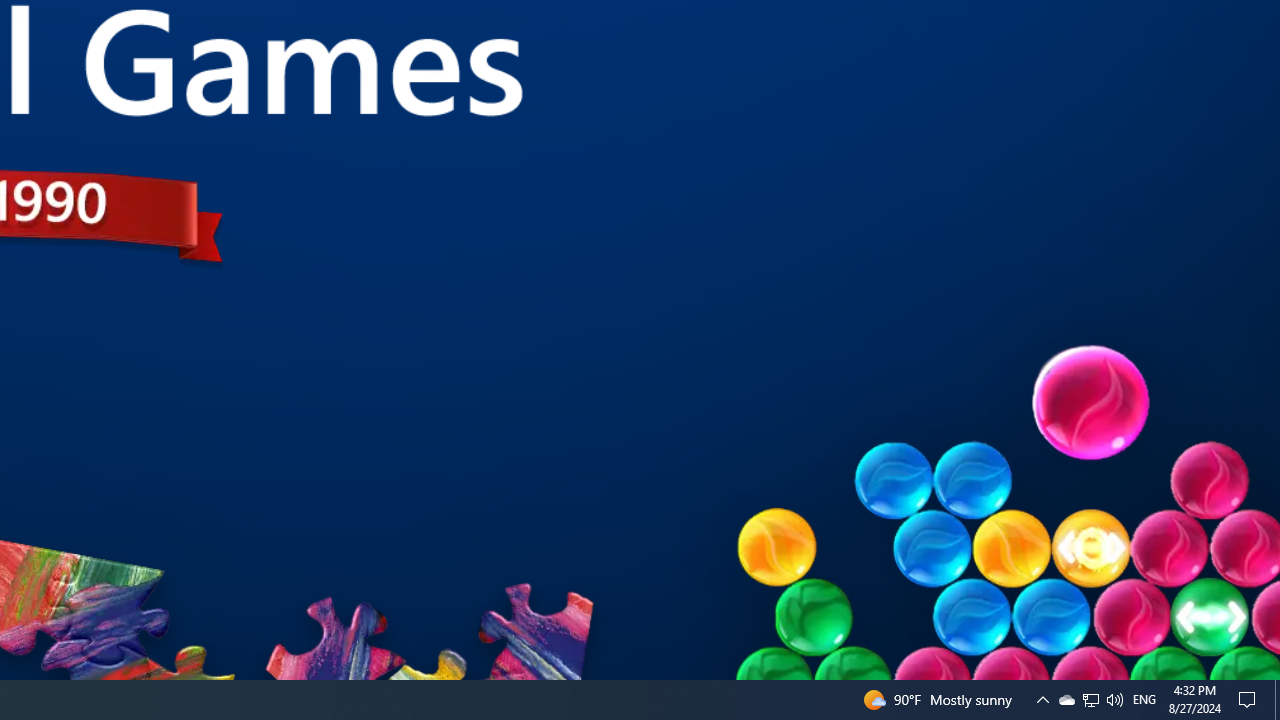  What do you see at coordinates (1113, 698) in the screenshot?
I see `'Q2790: 100%'` at bounding box center [1113, 698].